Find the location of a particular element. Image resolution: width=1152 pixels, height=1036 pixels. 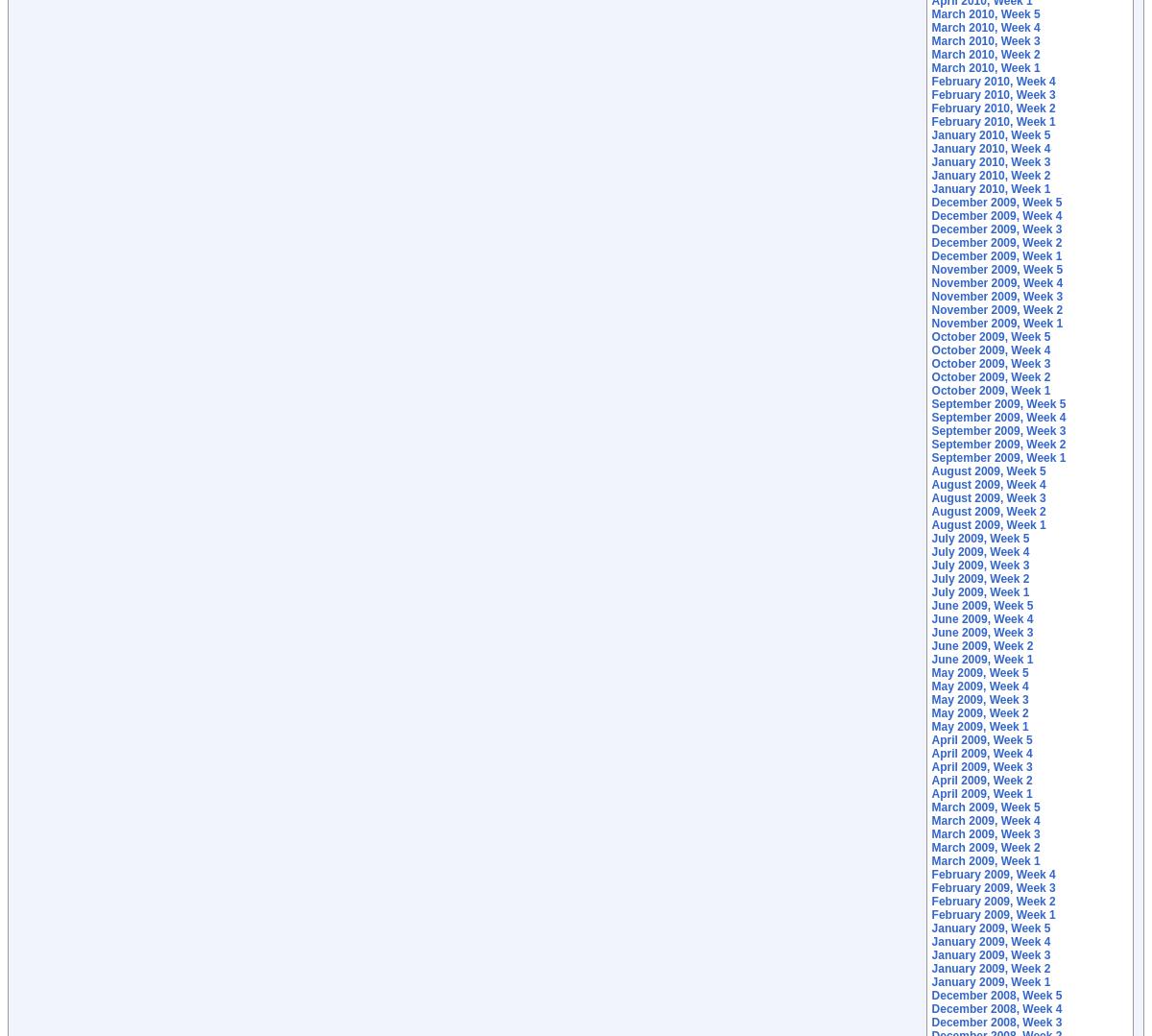

'July 2009, Week 4' is located at coordinates (930, 550).